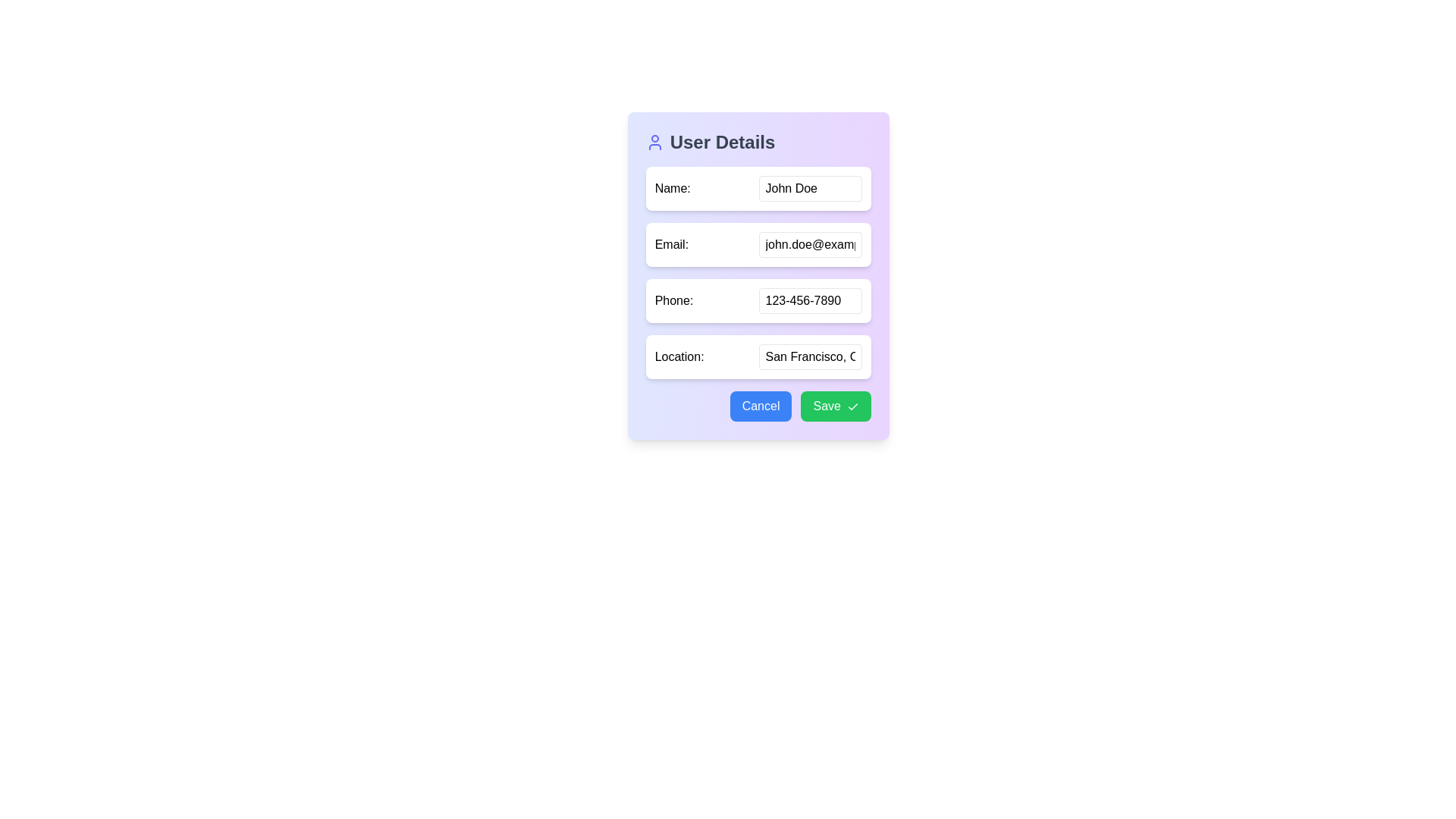 The width and height of the screenshot is (1456, 819). I want to click on the header titled 'User Details' which includes an indigo user silhouette icon and bold gray text, positioned at the top of the user details form, so click(758, 143).